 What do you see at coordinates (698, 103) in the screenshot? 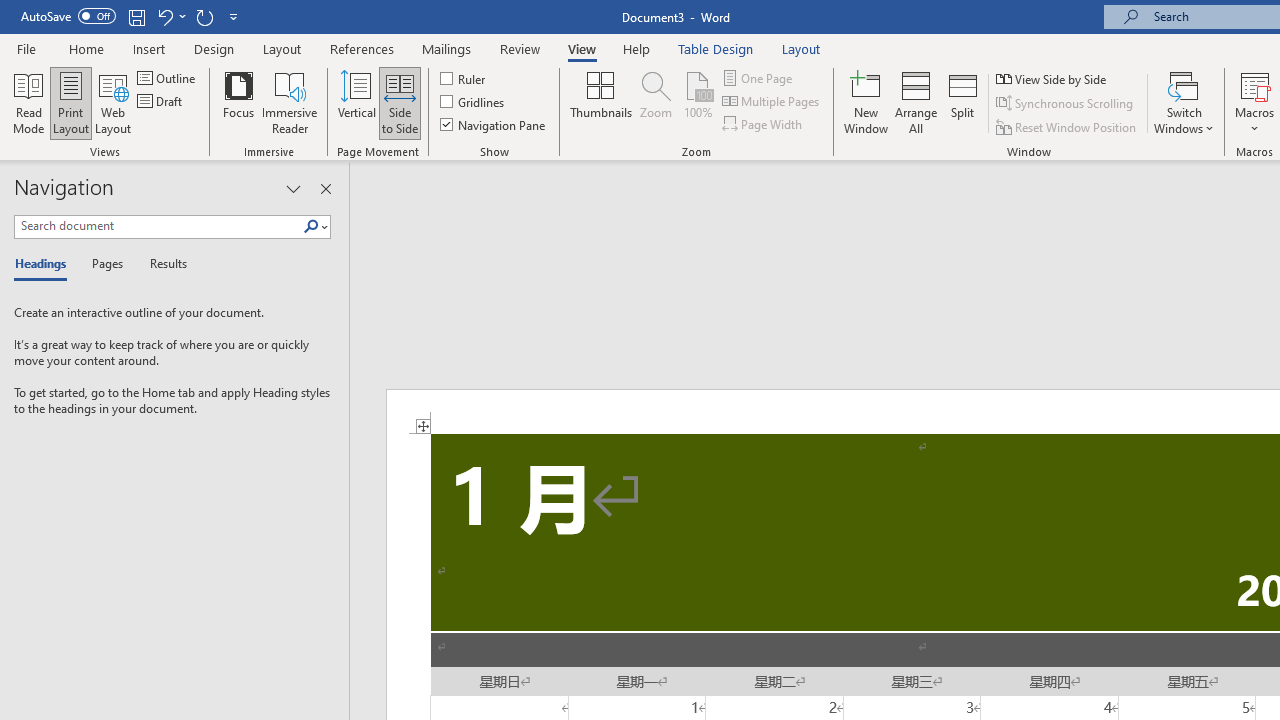
I see `'100%'` at bounding box center [698, 103].